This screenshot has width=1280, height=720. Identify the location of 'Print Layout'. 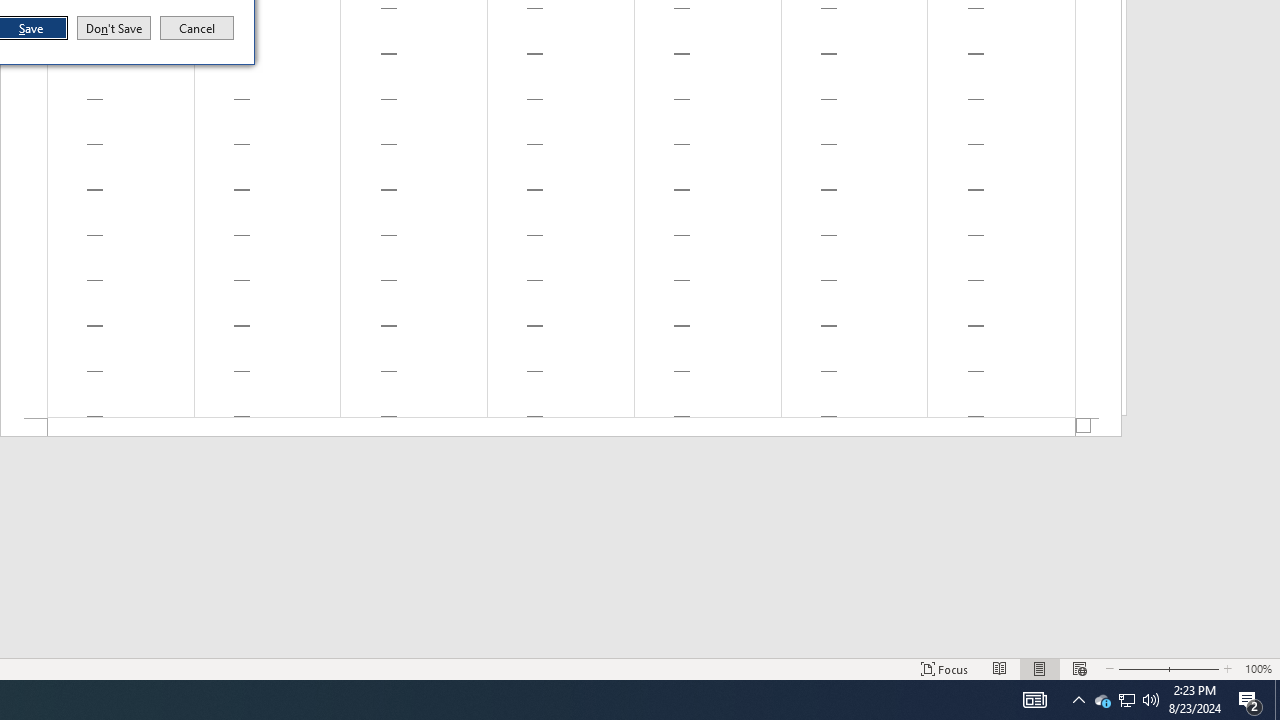
(1000, 669).